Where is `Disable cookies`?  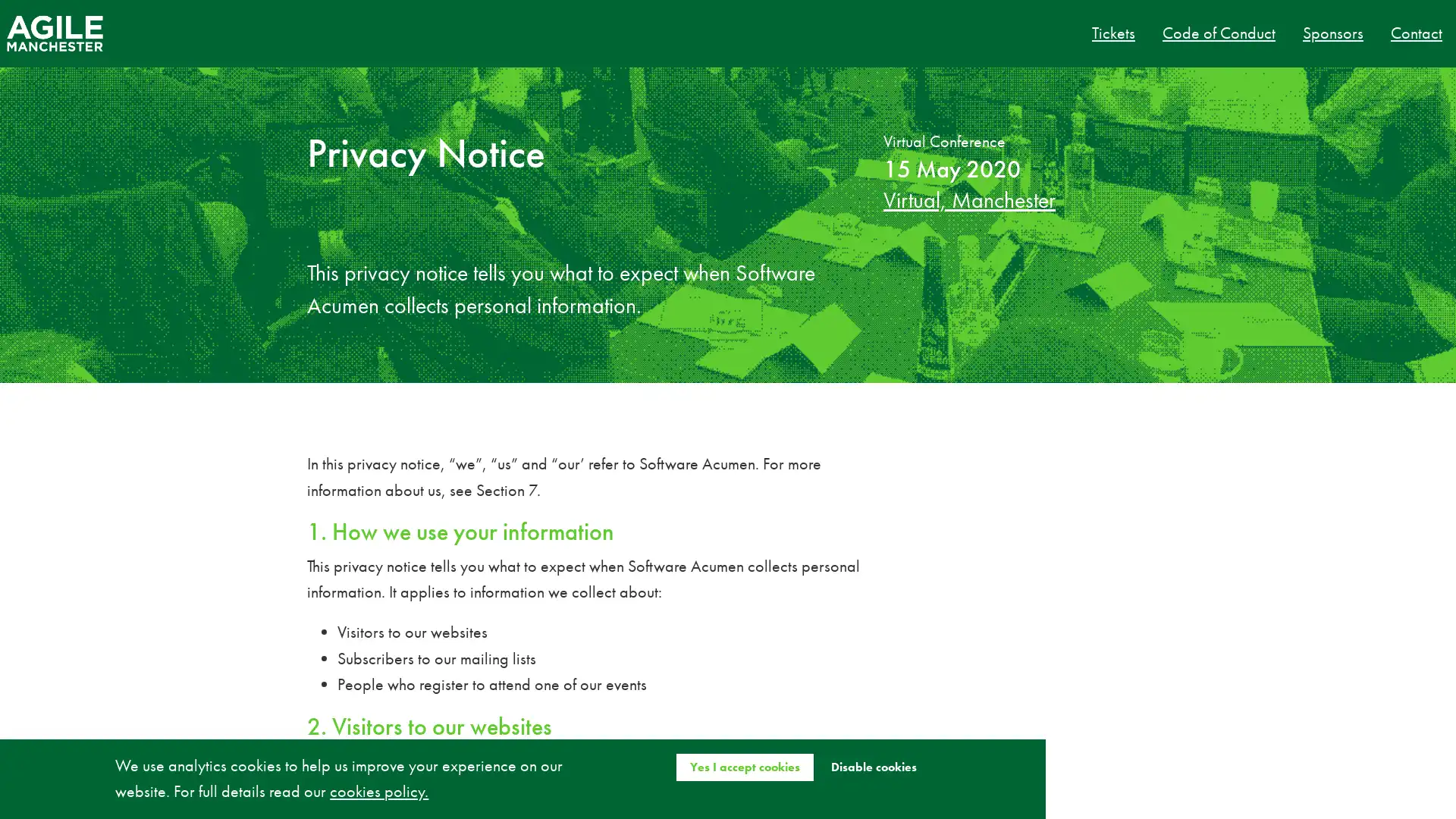 Disable cookies is located at coordinates (873, 766).